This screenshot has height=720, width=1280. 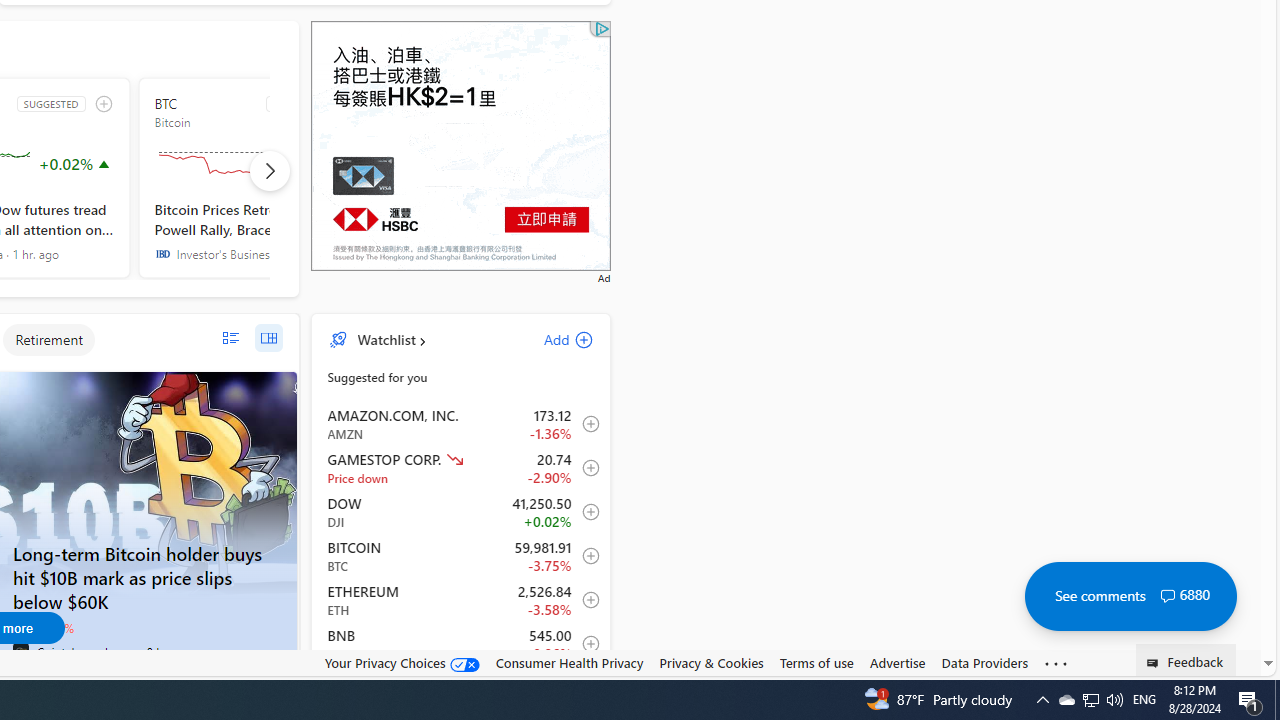 I want to click on 'Advertise', so click(x=896, y=663).